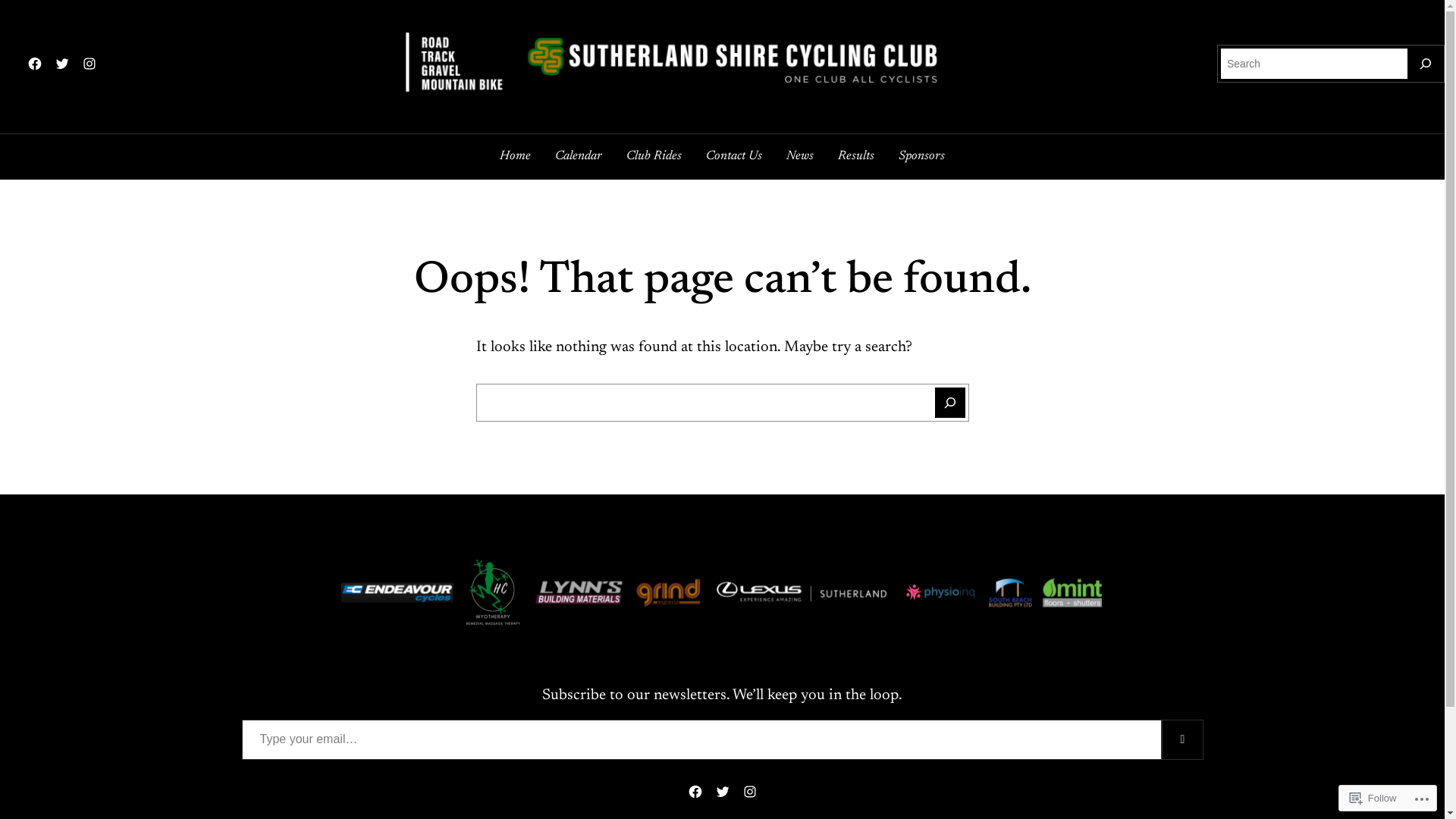 The height and width of the screenshot is (819, 1456). What do you see at coordinates (554, 156) in the screenshot?
I see `'Calendar'` at bounding box center [554, 156].